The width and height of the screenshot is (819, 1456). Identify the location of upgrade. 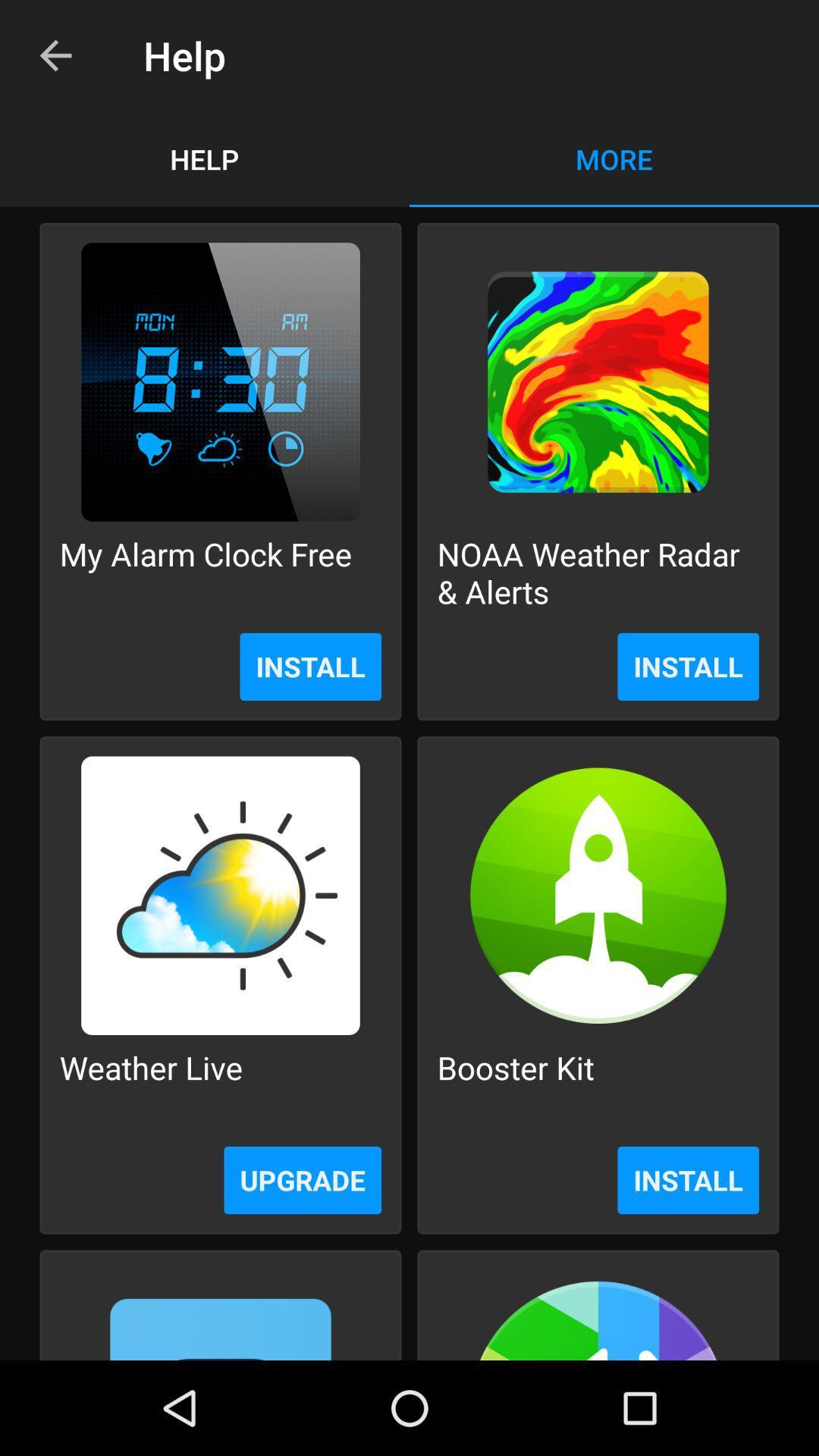
(303, 1179).